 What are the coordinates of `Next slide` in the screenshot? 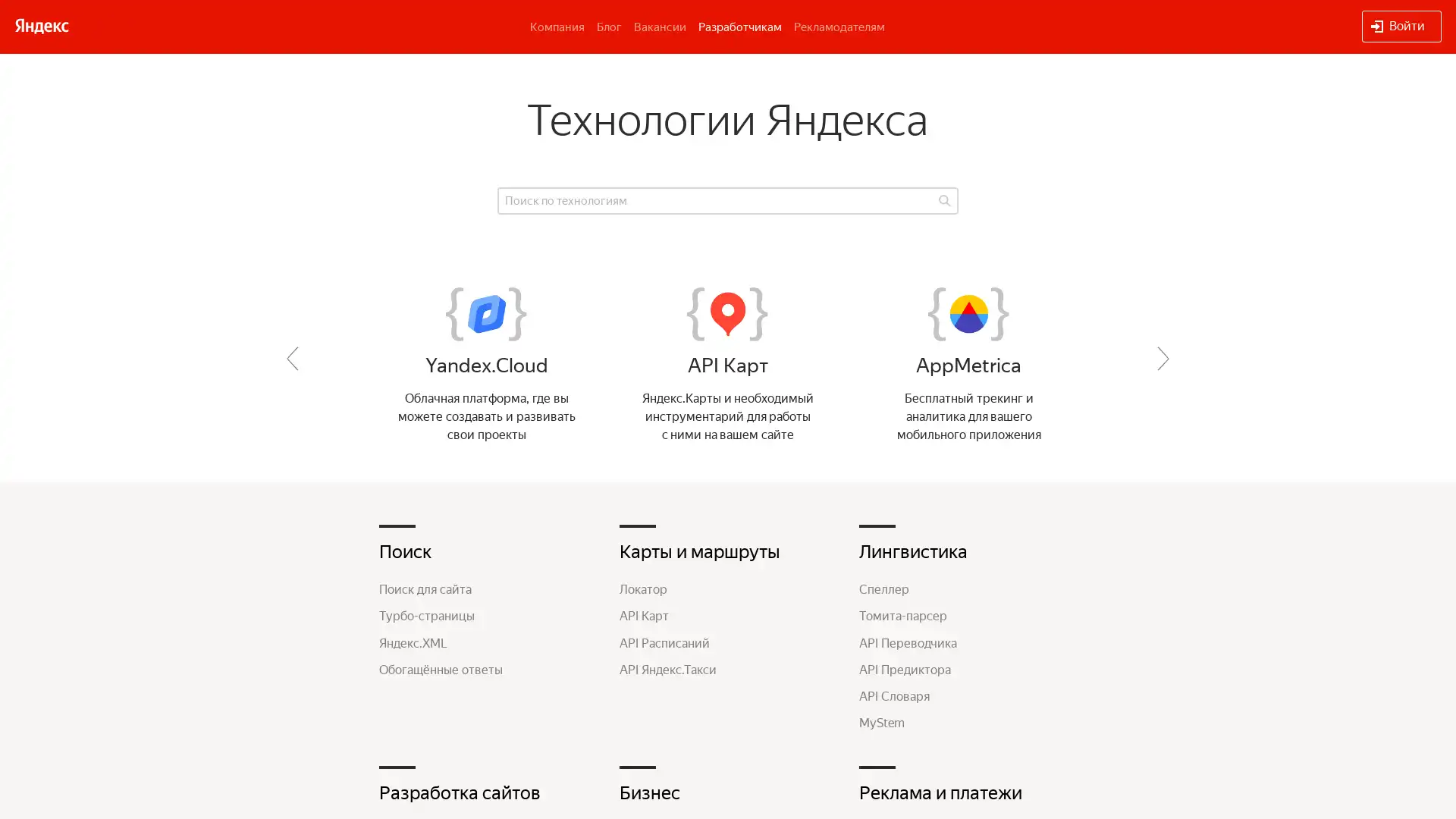 It's located at (1163, 359).